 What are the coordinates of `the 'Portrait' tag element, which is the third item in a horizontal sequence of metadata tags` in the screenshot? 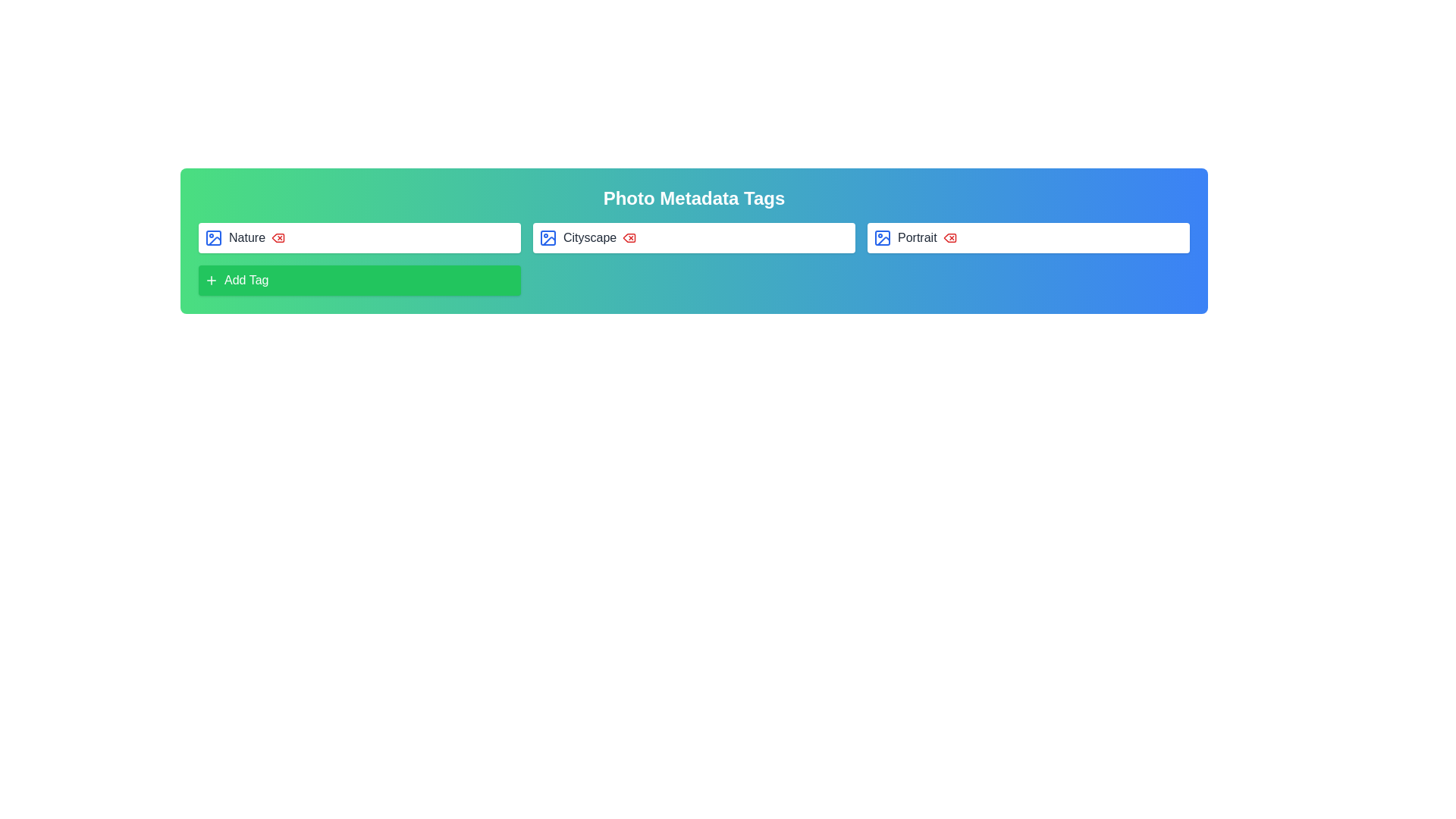 It's located at (1028, 237).